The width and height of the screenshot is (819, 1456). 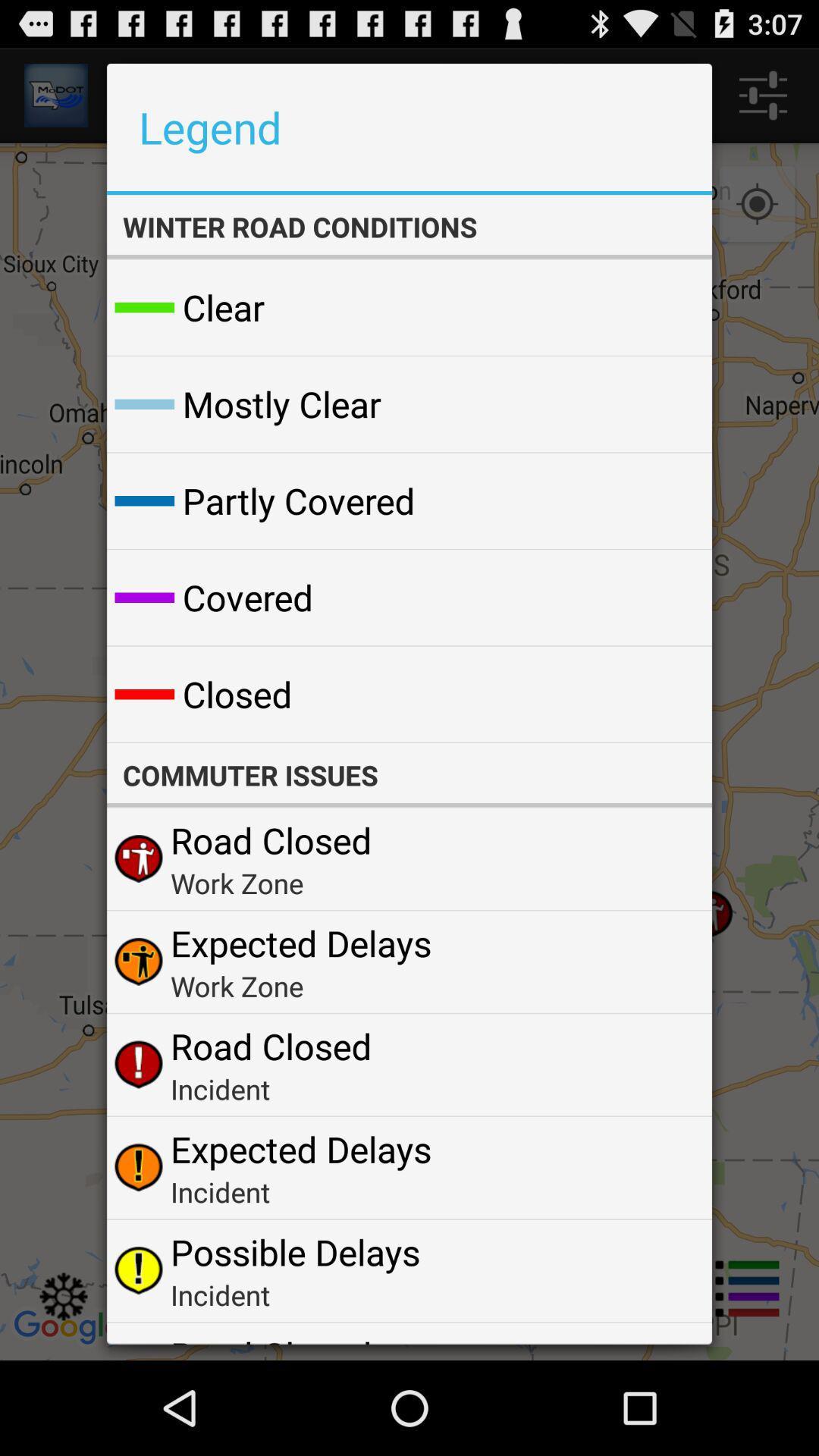 I want to click on the icon below the winter road conditions, so click(x=663, y=306).